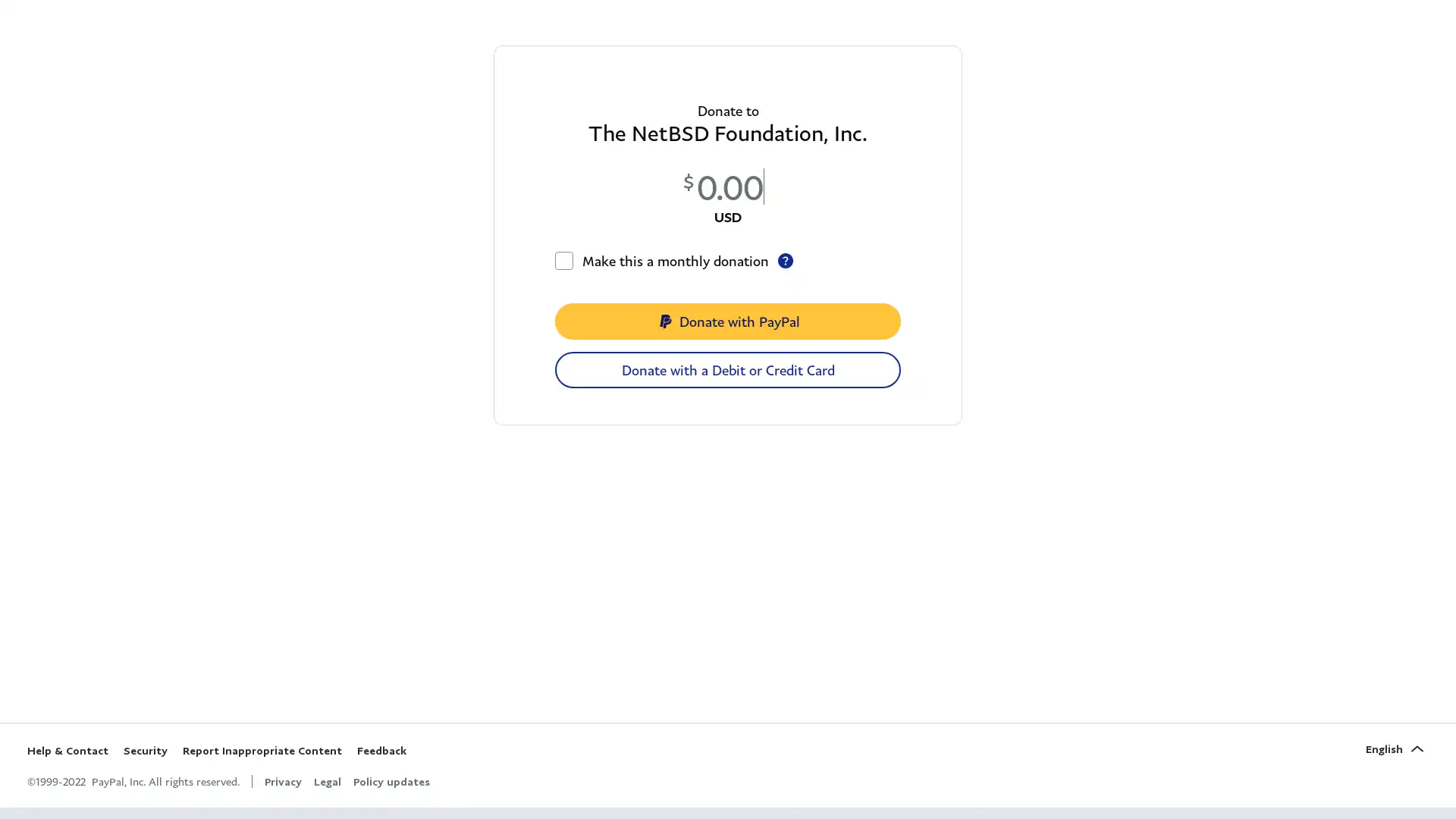 This screenshot has width=1456, height=819. I want to click on Donate with a Debit or Credit Card, so click(728, 370).